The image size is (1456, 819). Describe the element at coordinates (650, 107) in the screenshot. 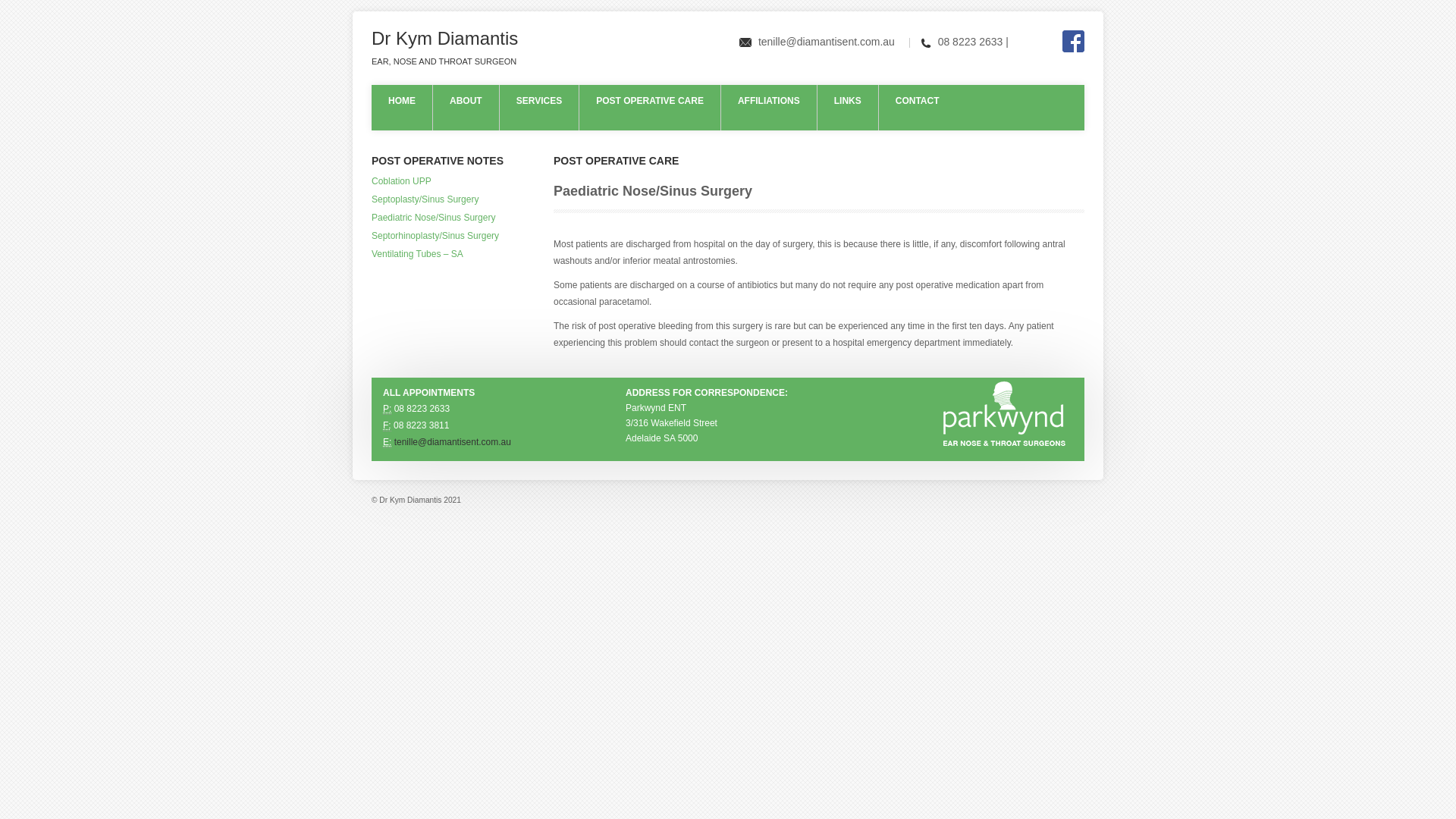

I see `'POST OPERATIVE CARE'` at that location.